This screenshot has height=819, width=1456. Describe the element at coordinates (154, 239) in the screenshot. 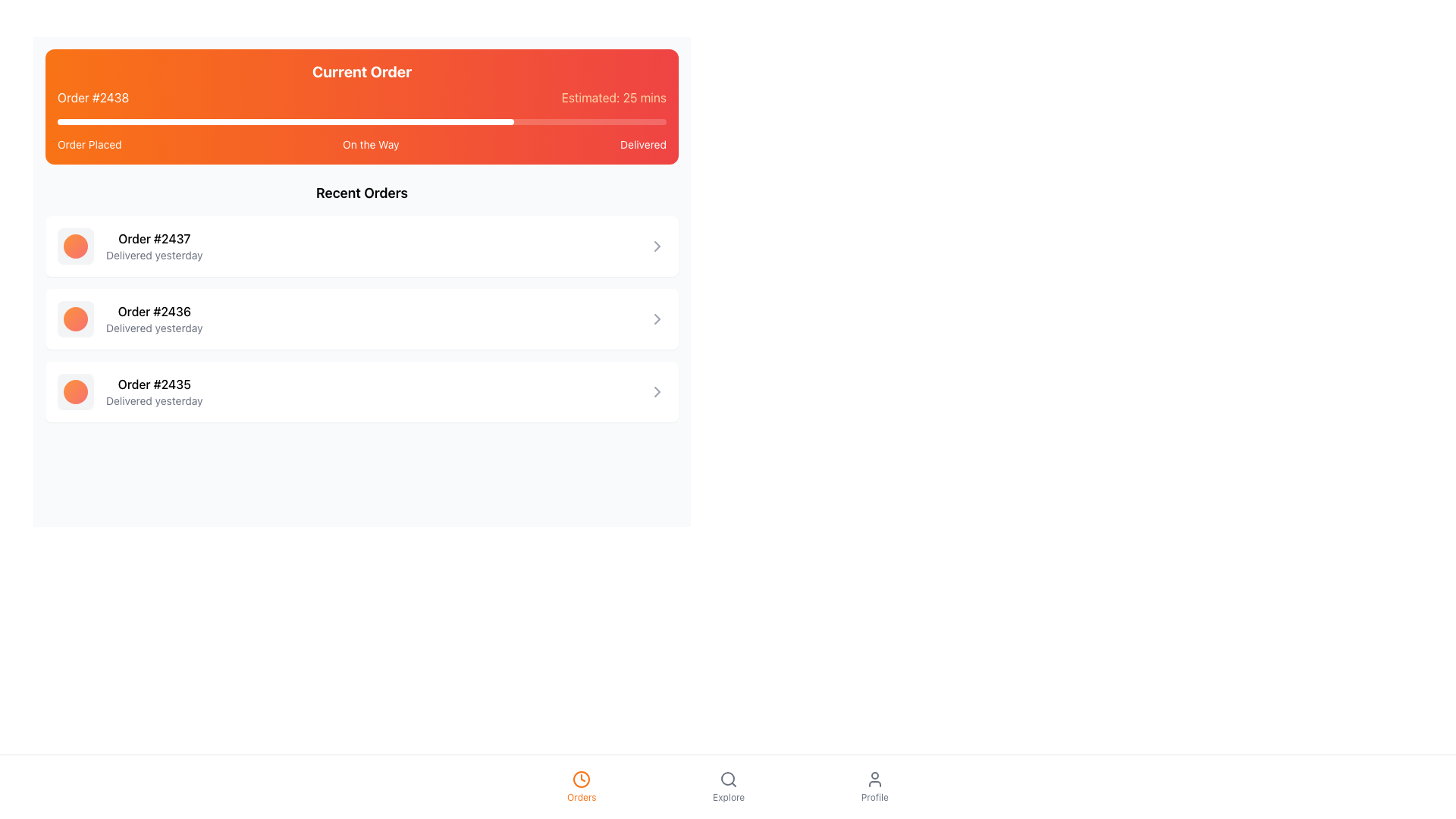

I see `information displayed in the text label showing 'Order #2437' which is the primary line in the 'Recent Orders' section` at that location.